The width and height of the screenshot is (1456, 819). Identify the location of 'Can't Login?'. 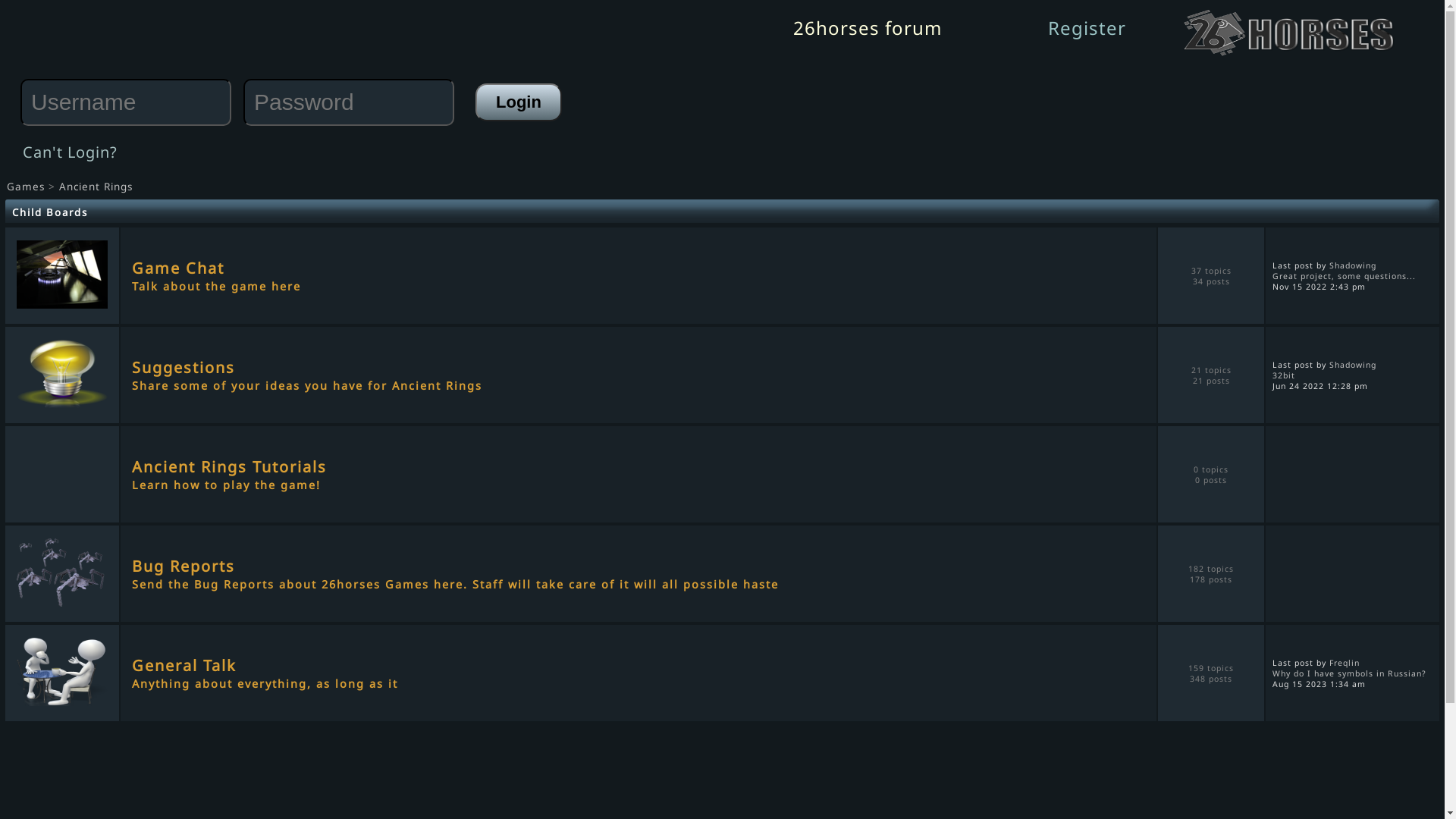
(69, 151).